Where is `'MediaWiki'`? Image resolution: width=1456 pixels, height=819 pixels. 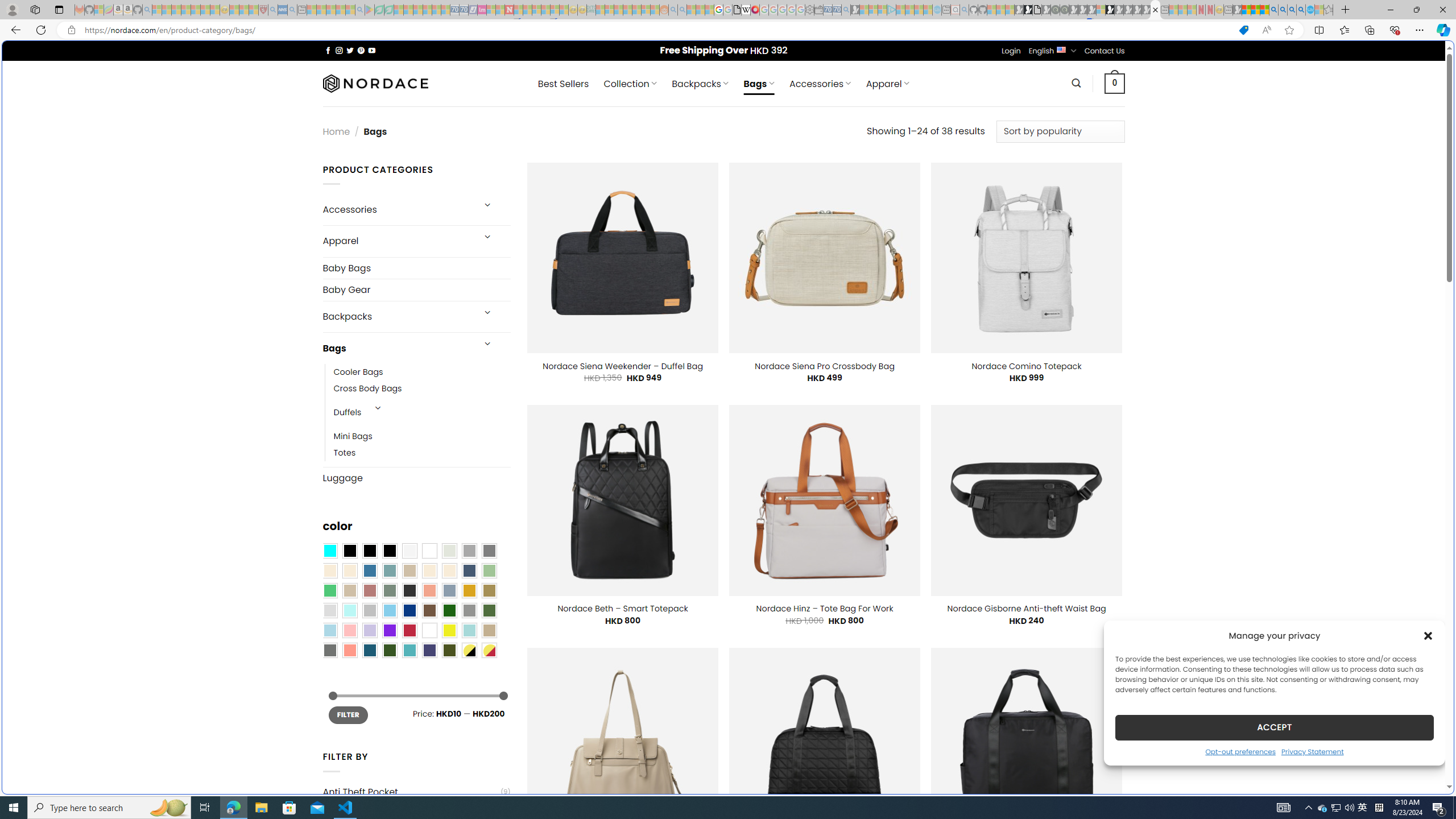
'MediaWiki' is located at coordinates (754, 9).